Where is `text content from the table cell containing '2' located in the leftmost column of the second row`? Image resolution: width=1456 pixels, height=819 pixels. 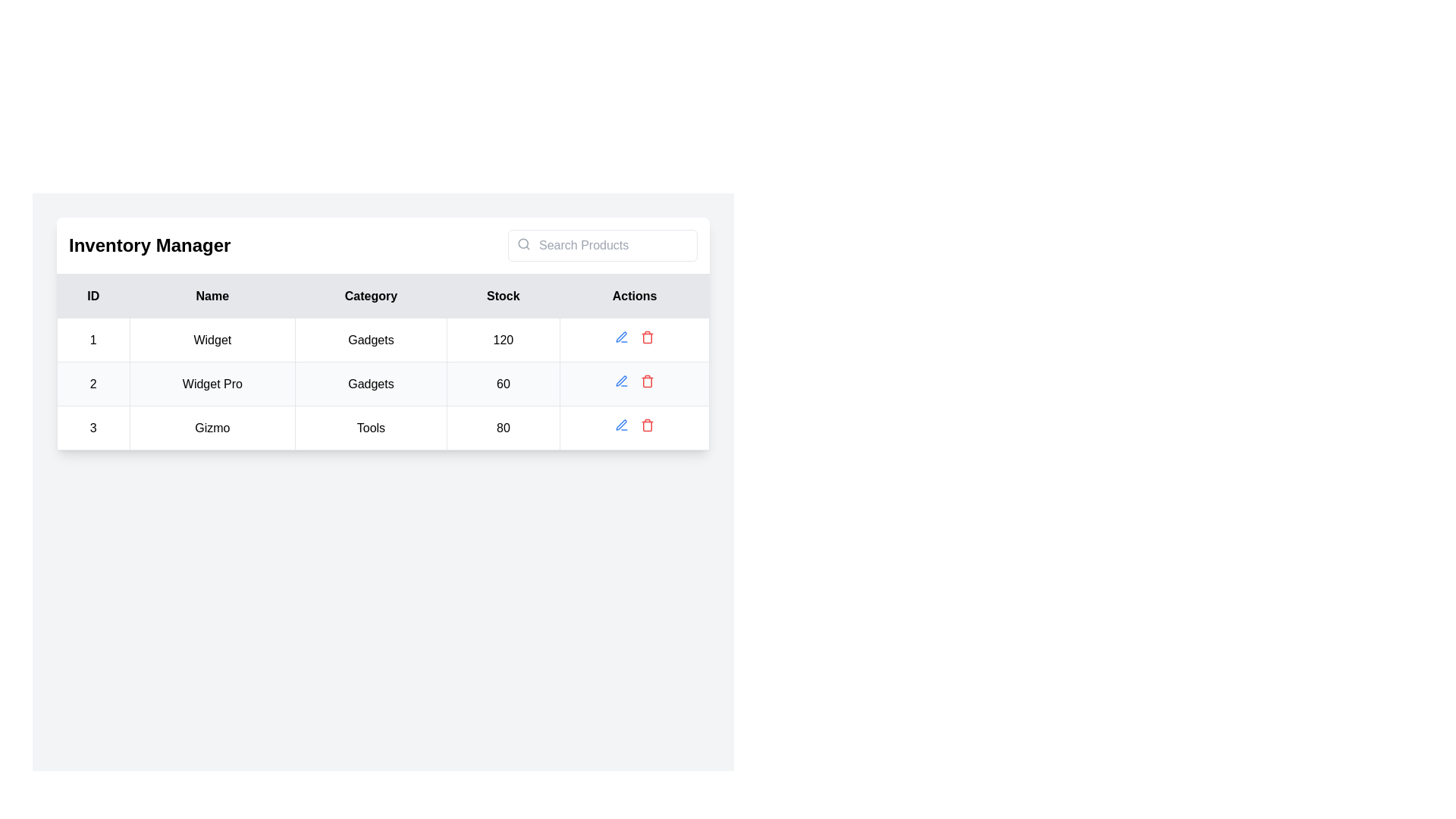
text content from the table cell containing '2' located in the leftmost column of the second row is located at coordinates (93, 383).